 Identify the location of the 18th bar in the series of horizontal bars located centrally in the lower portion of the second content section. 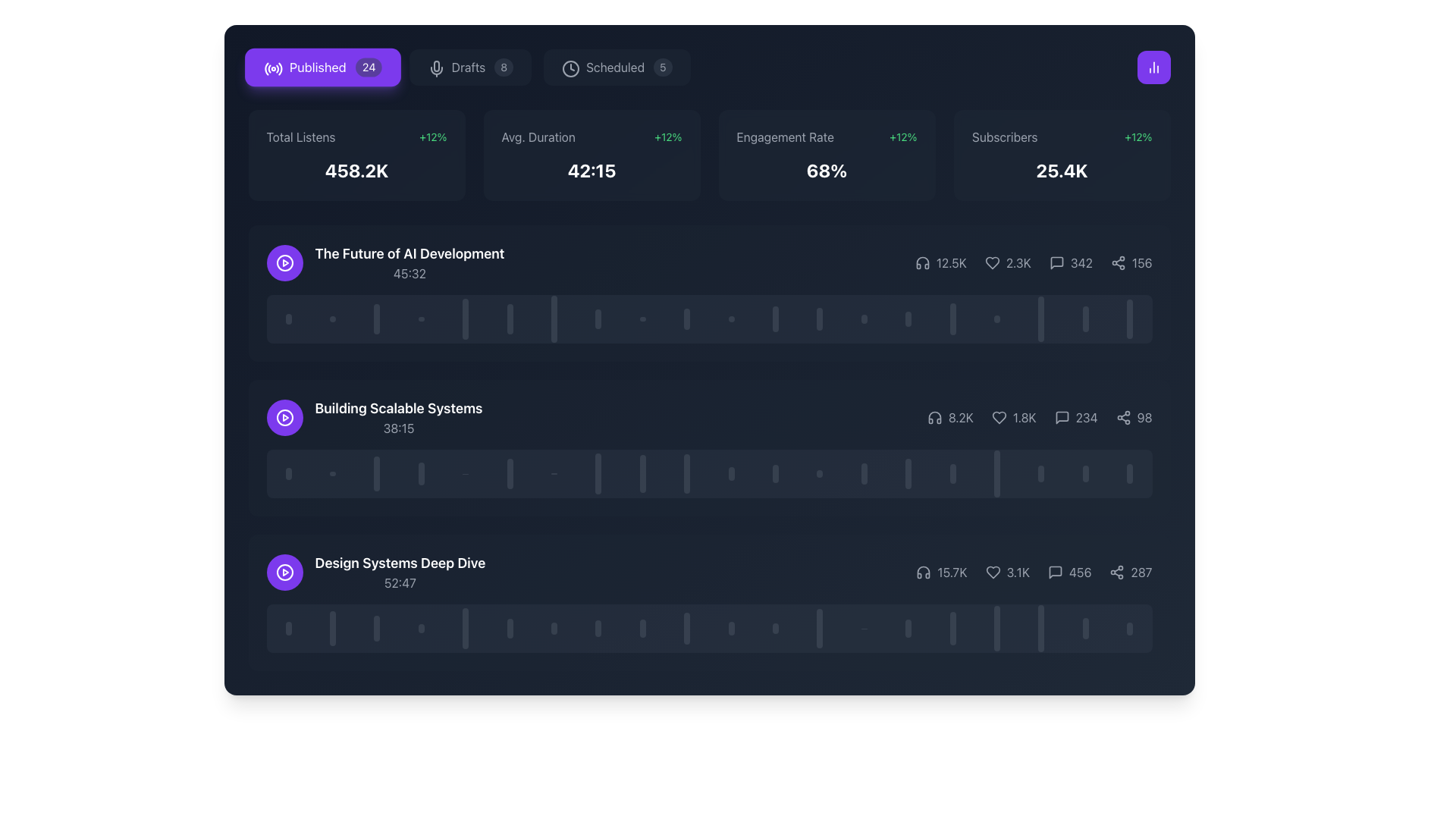
(997, 472).